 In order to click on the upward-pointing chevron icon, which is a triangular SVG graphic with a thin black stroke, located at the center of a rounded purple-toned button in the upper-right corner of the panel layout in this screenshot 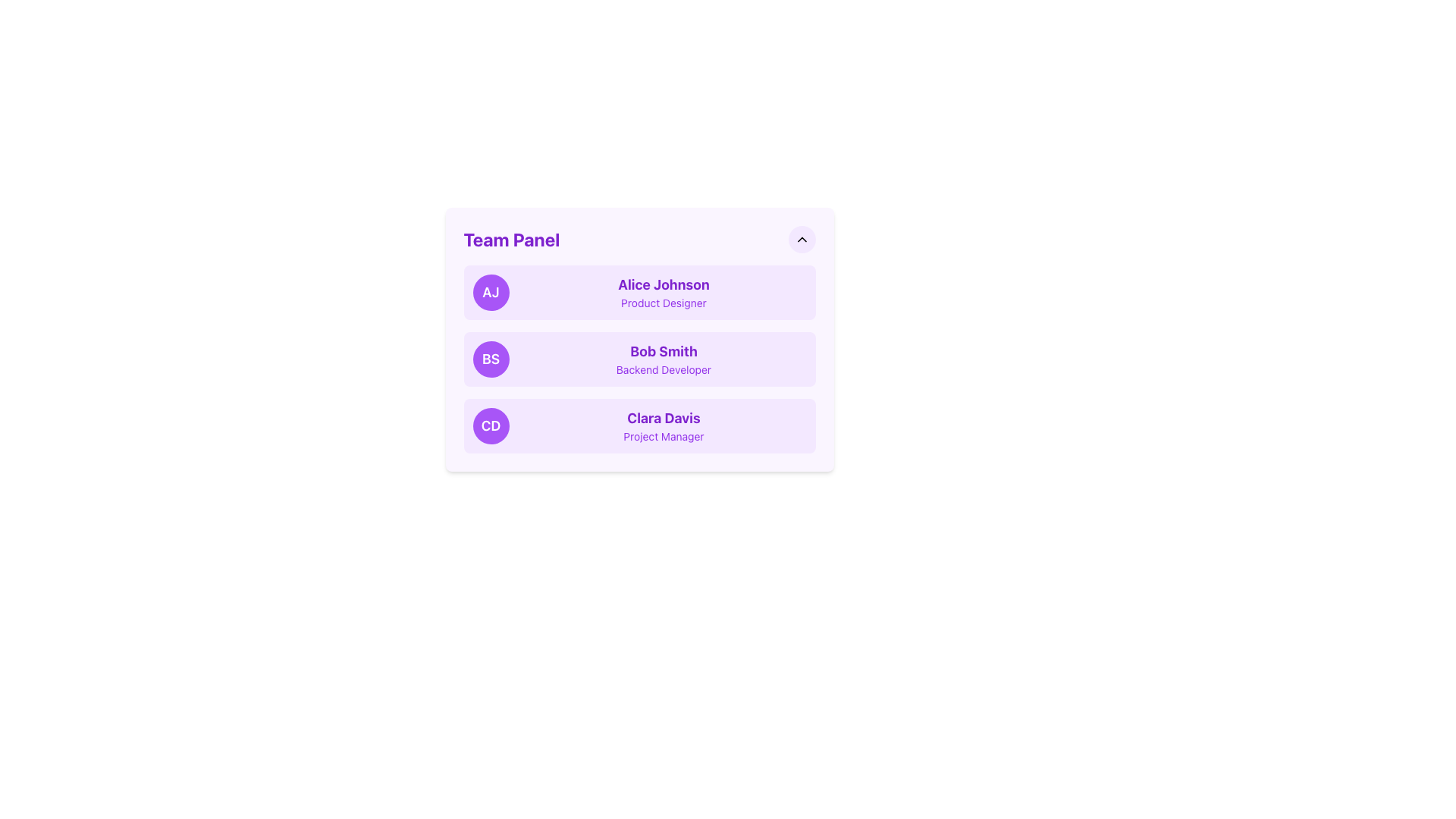, I will do `click(801, 239)`.